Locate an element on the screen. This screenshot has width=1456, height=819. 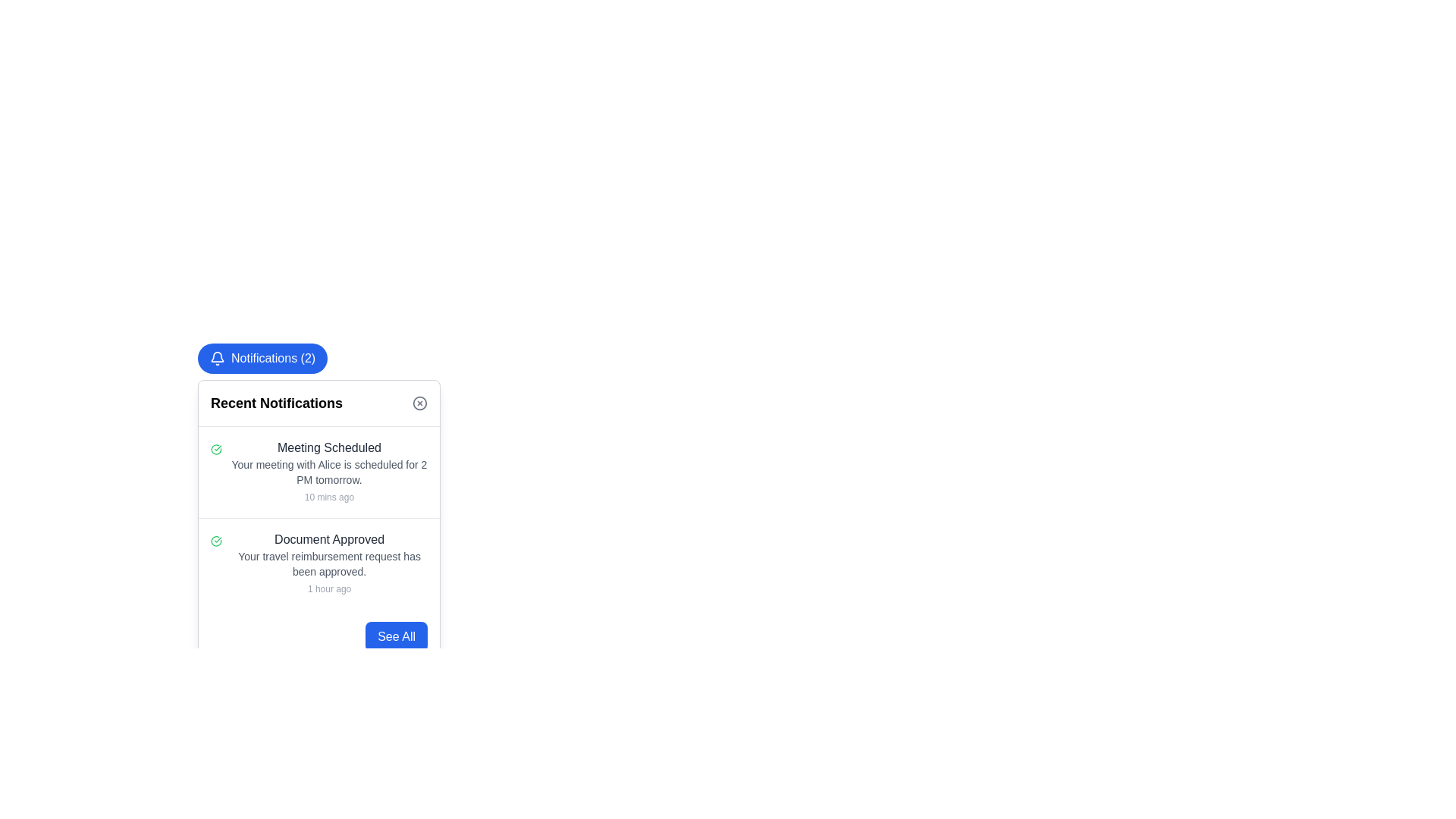
the text label that reads 'Your meeting with Alice is scheduled for 2 PM tomorrow.' located within the notification card under the heading 'Meeting Scheduled' is located at coordinates (328, 472).